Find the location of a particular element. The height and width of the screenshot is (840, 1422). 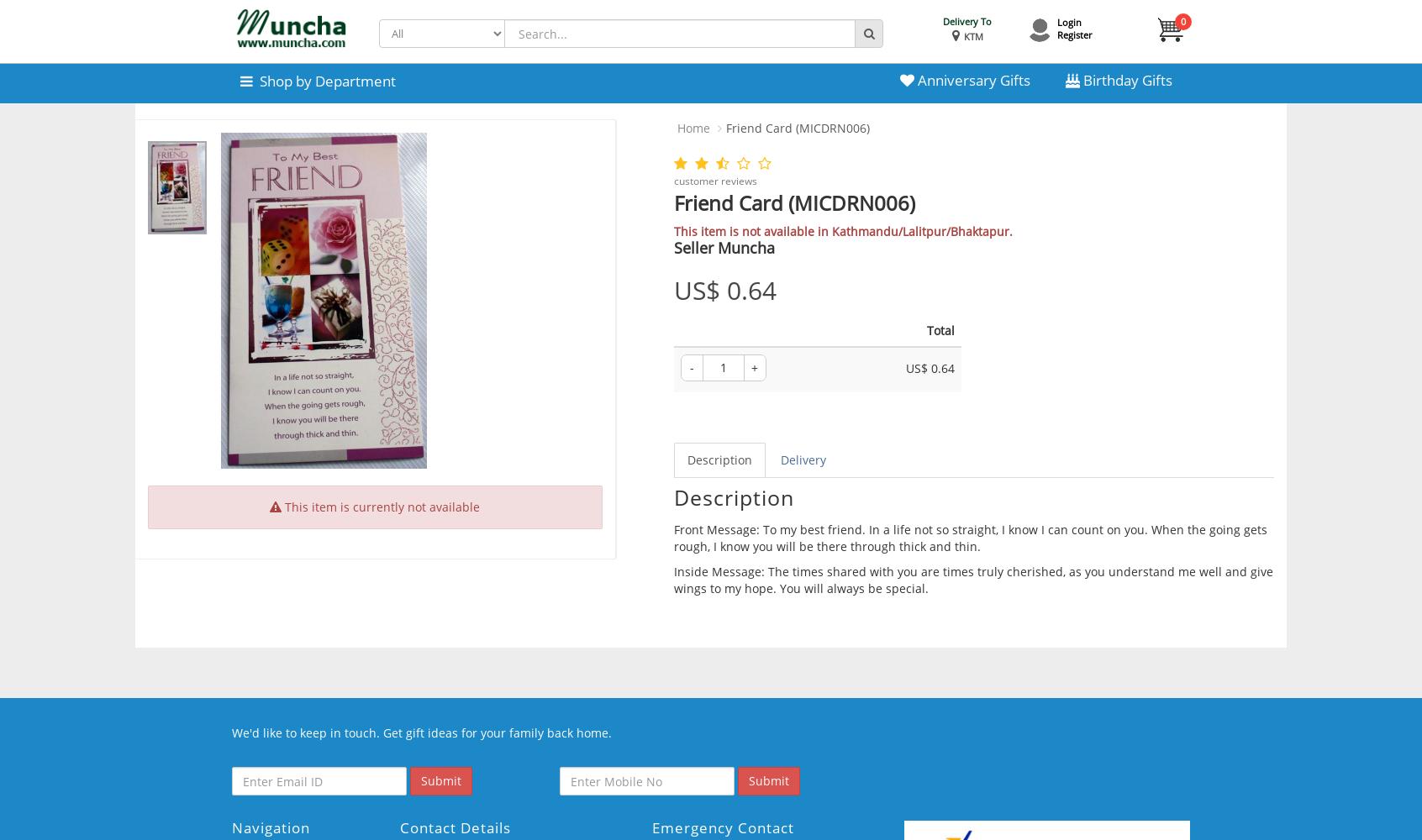

'Home' is located at coordinates (693, 128).